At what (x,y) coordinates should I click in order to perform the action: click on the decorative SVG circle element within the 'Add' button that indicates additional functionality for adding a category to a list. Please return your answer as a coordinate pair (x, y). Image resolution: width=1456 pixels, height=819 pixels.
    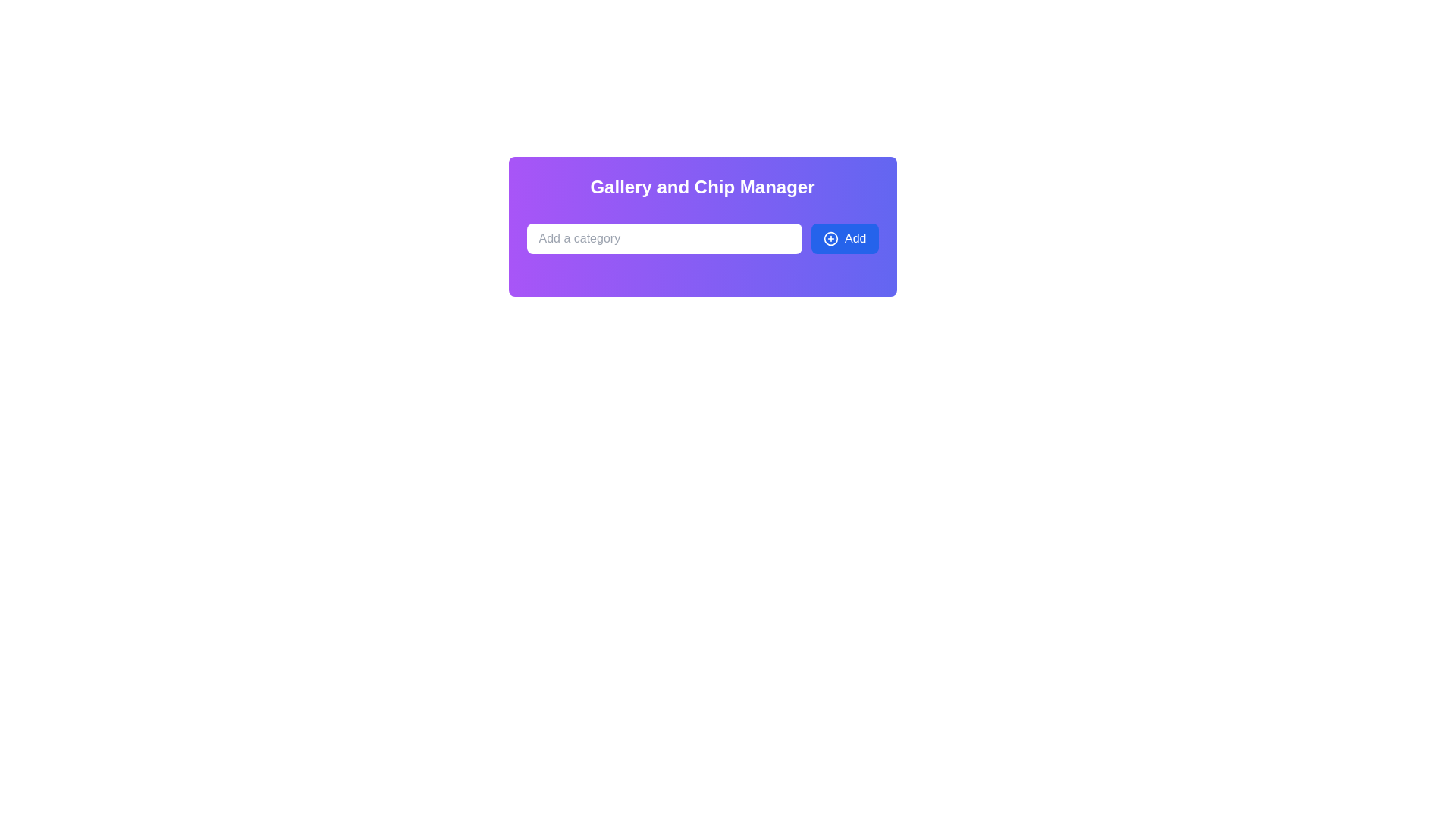
    Looking at the image, I should click on (830, 239).